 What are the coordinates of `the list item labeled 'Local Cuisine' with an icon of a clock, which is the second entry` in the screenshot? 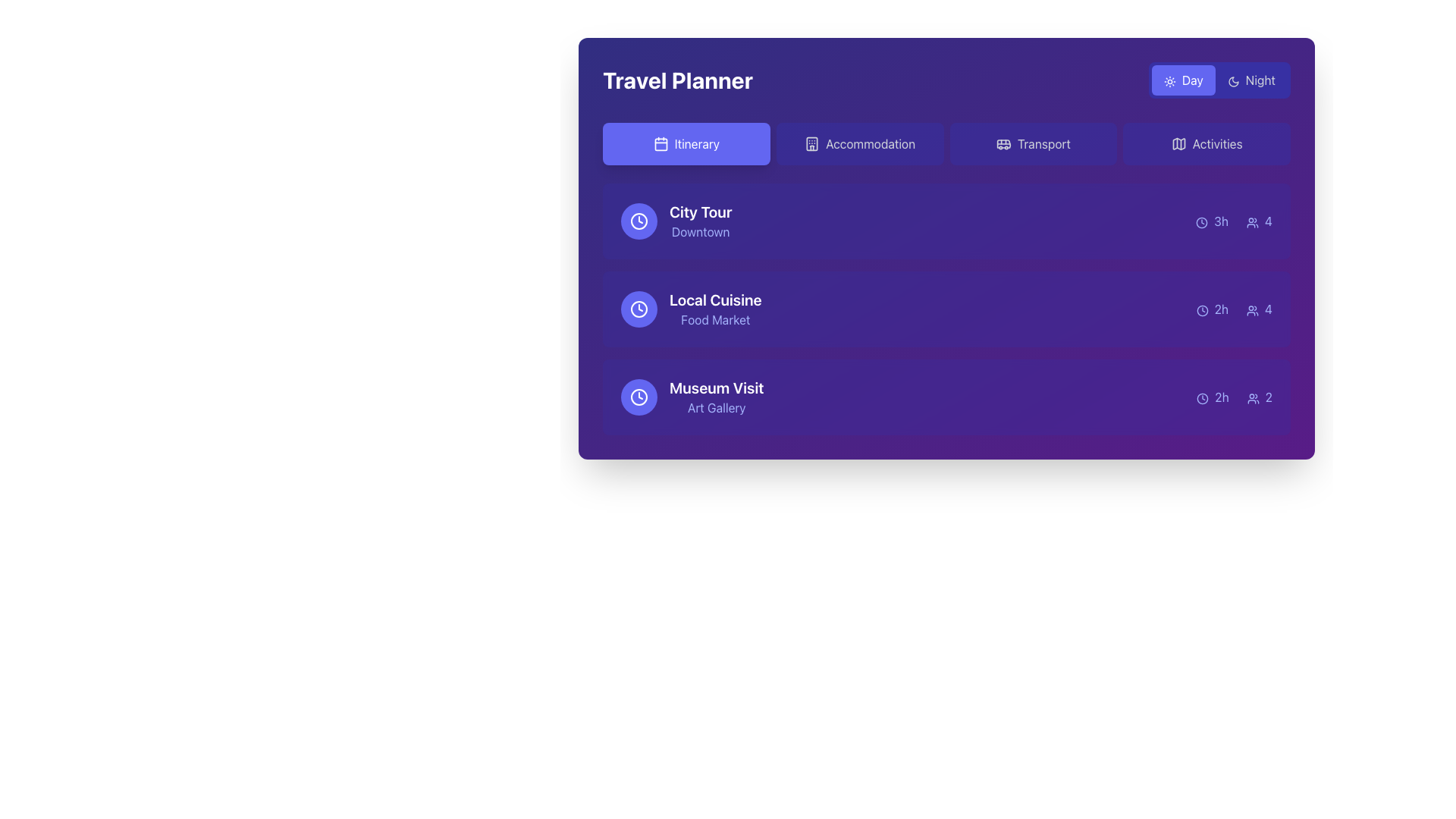 It's located at (690, 309).